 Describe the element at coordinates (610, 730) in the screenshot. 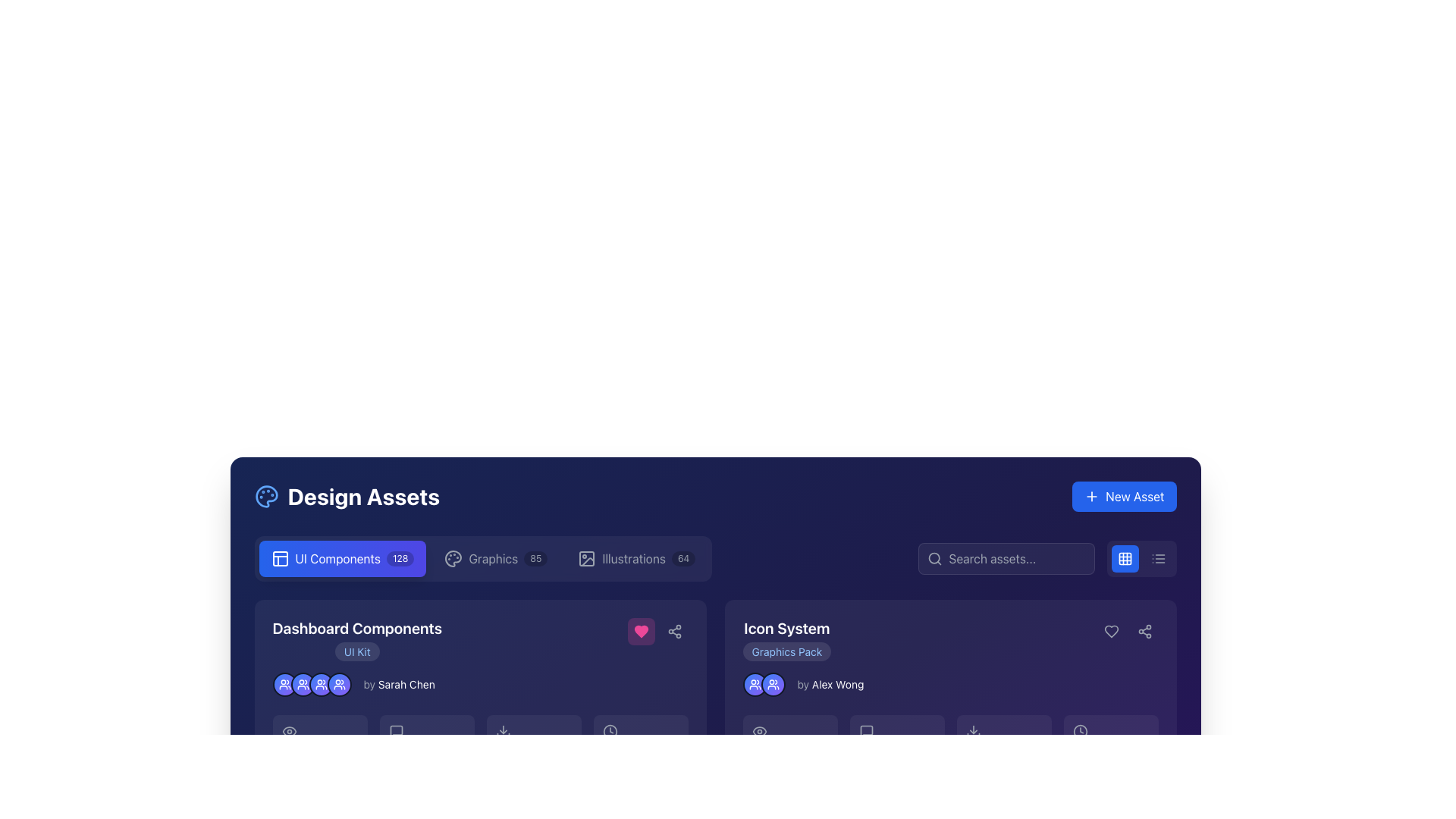

I see `the clock-like icon, which features a minimalistic design with a gray circular outline and clock hands, located to the left of the text '2h ago.'` at that location.